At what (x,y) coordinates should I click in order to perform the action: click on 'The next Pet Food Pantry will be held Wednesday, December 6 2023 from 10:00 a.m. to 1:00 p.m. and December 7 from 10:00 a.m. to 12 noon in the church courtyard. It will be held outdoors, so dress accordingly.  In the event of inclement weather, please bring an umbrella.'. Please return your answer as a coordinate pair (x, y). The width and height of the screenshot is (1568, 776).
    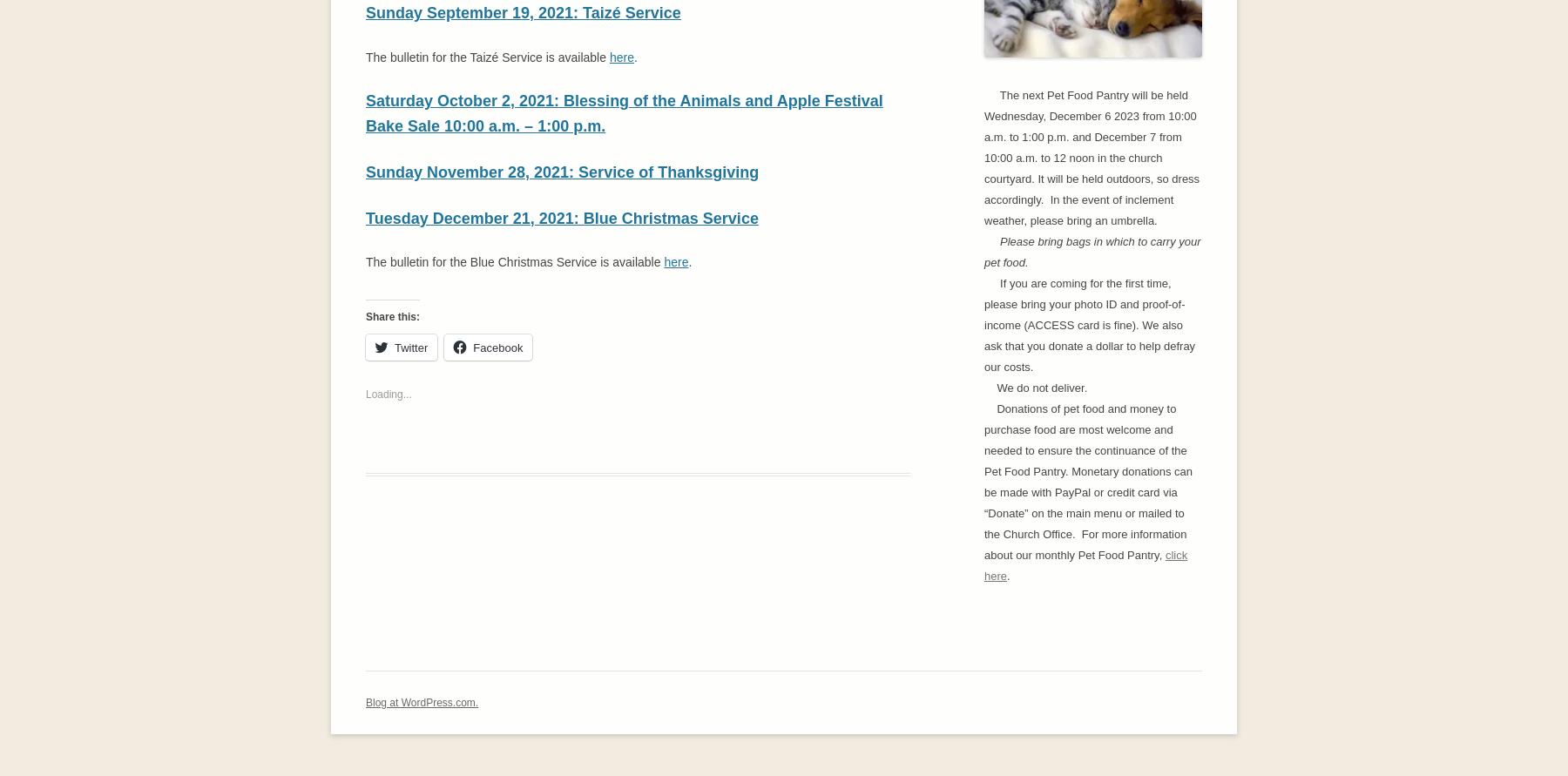
    Looking at the image, I should click on (1092, 157).